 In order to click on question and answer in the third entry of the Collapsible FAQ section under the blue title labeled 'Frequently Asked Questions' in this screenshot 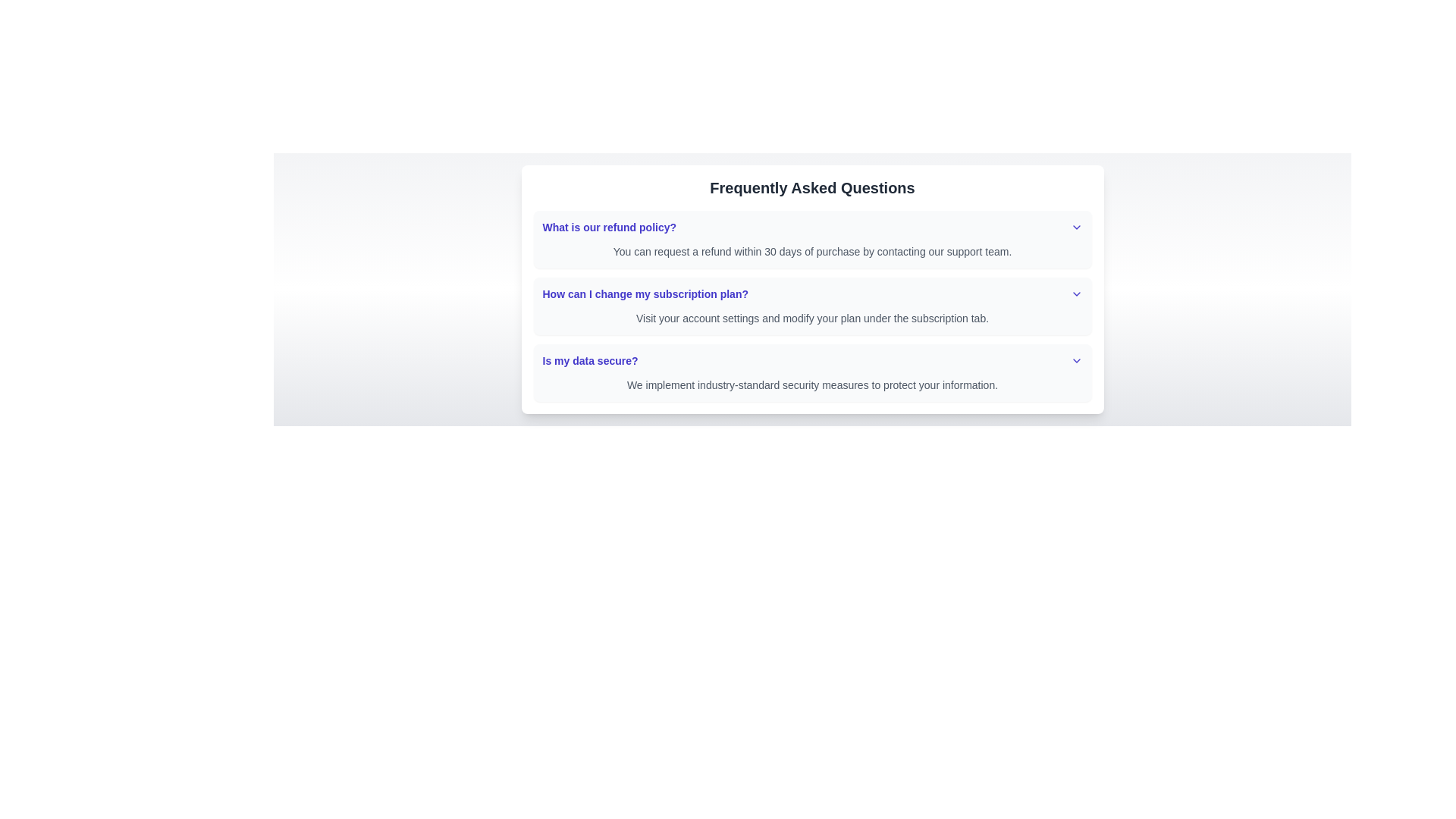, I will do `click(811, 373)`.